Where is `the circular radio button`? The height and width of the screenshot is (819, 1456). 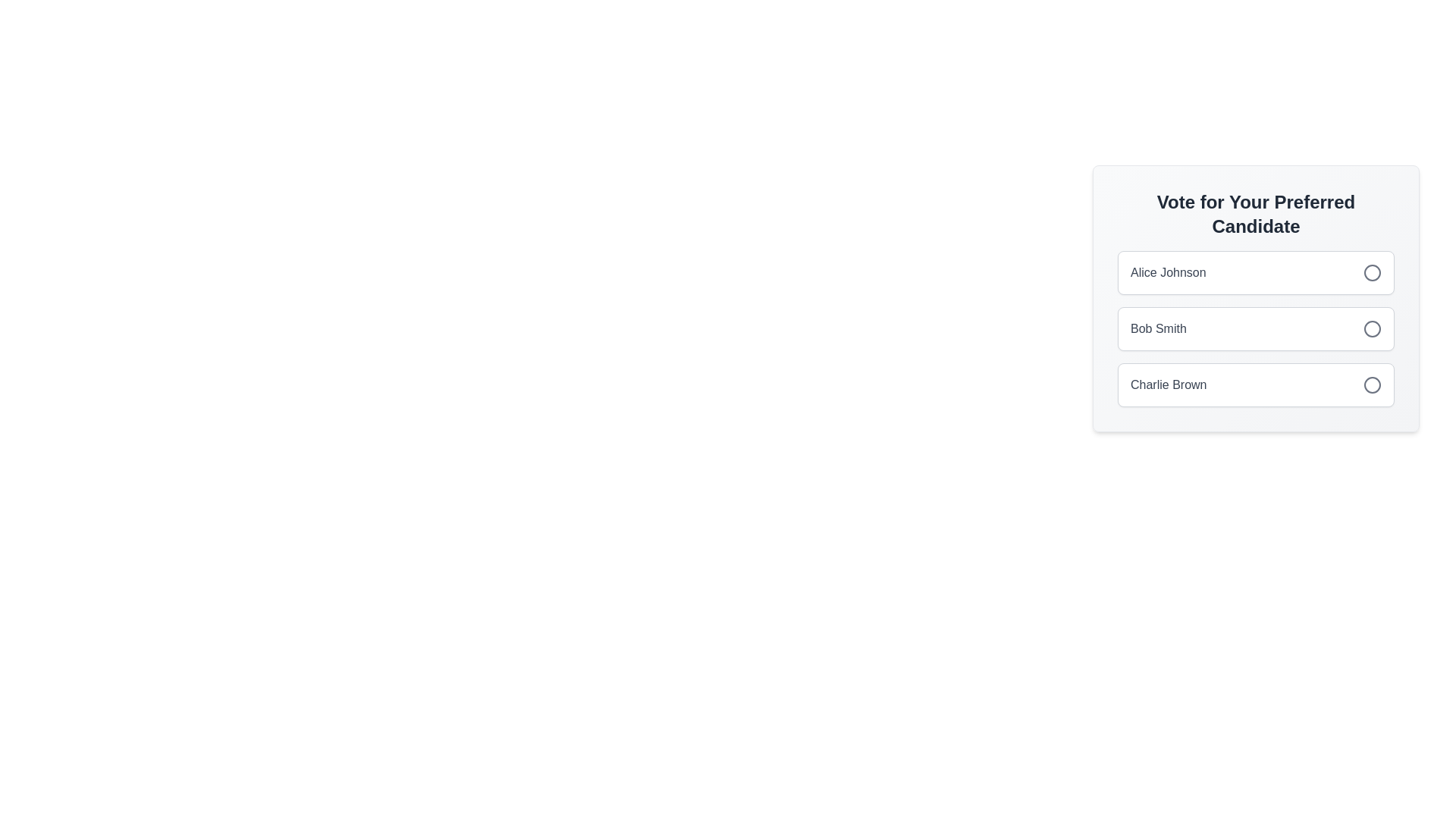 the circular radio button is located at coordinates (1256, 271).